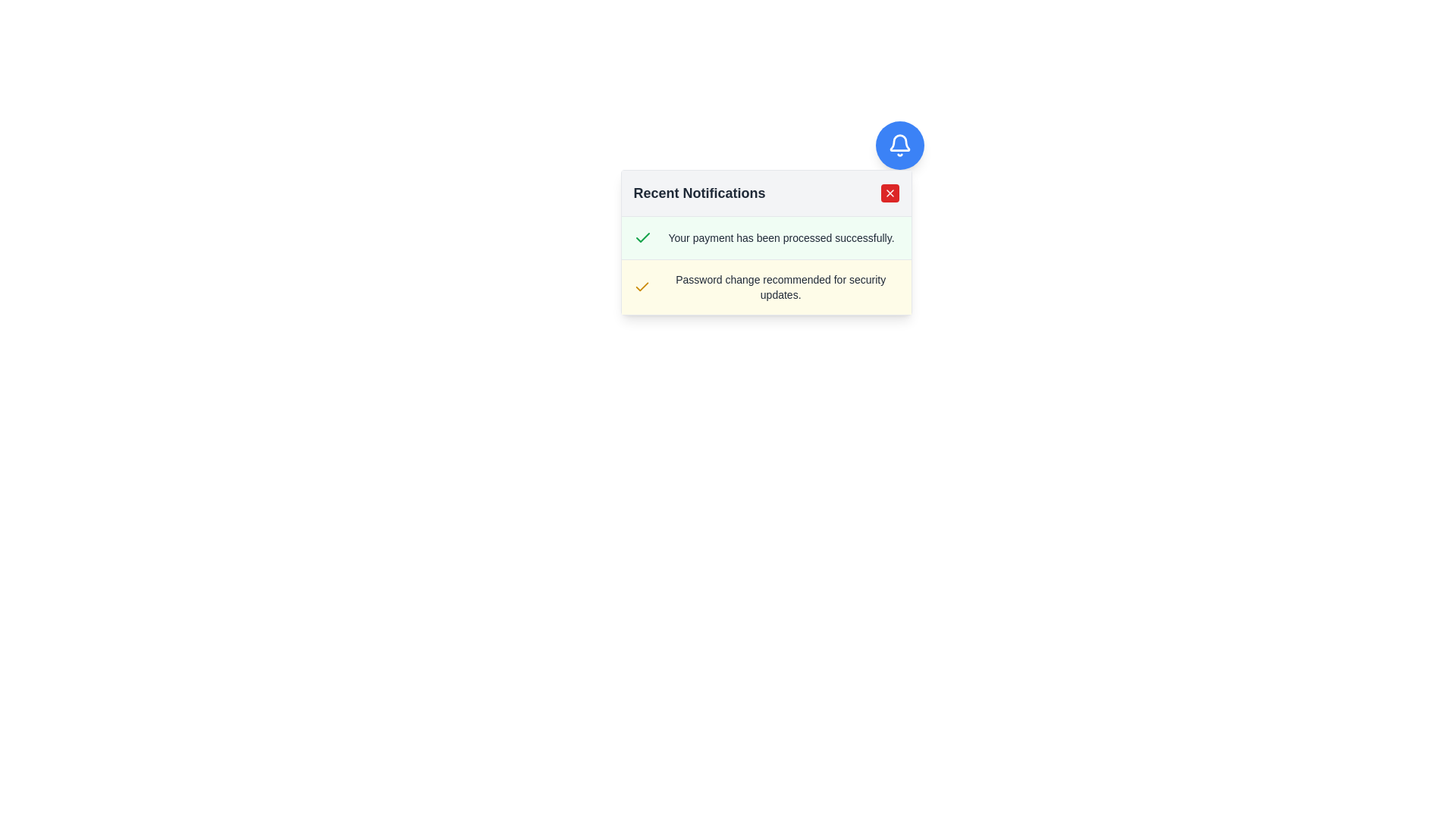 Image resolution: width=1456 pixels, height=819 pixels. I want to click on the Notification Icon, which is a bell icon in a linear style with a white outline on a blue circular background, so click(899, 146).